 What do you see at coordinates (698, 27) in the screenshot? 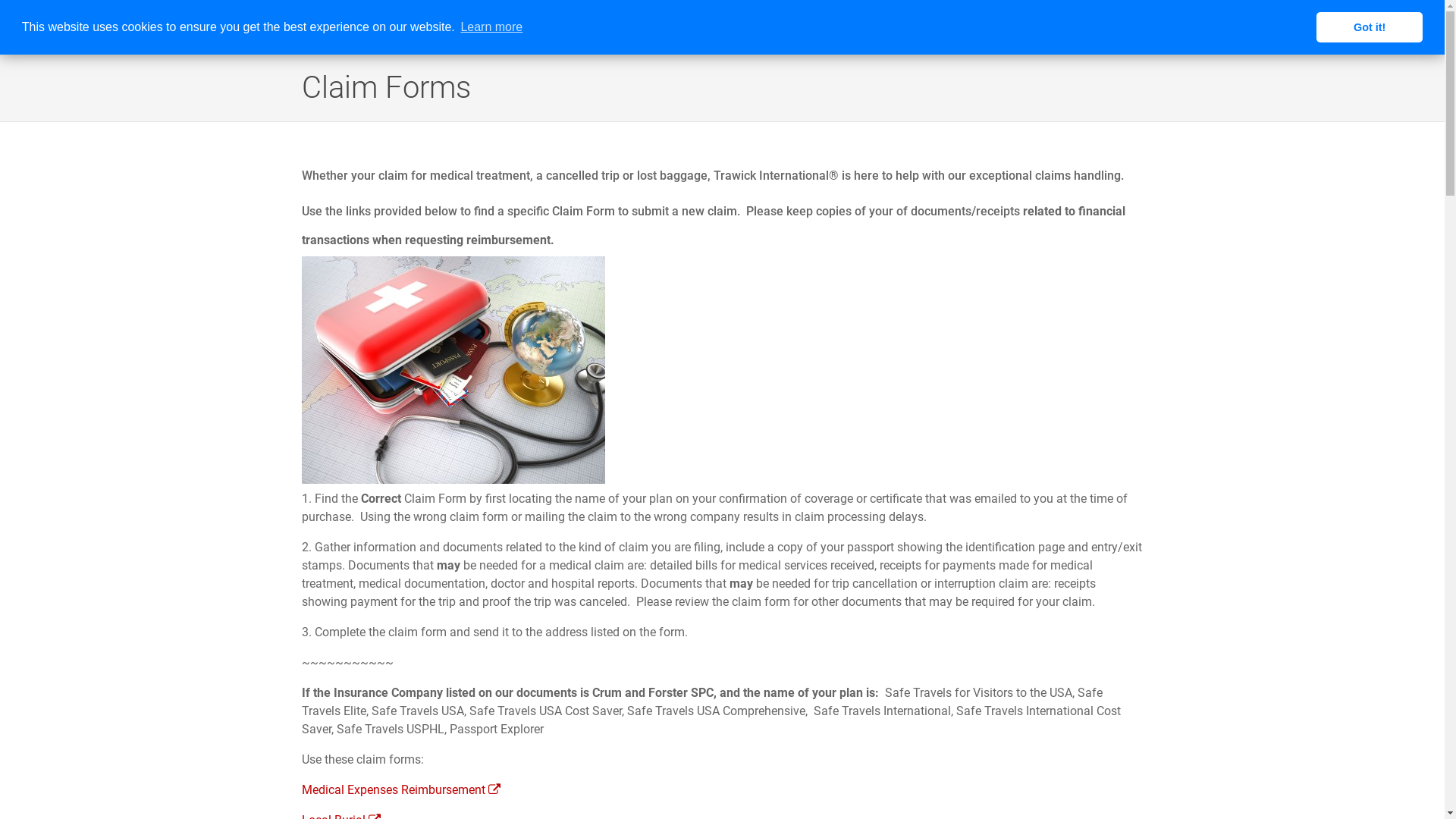
I see `'About Us'` at bounding box center [698, 27].